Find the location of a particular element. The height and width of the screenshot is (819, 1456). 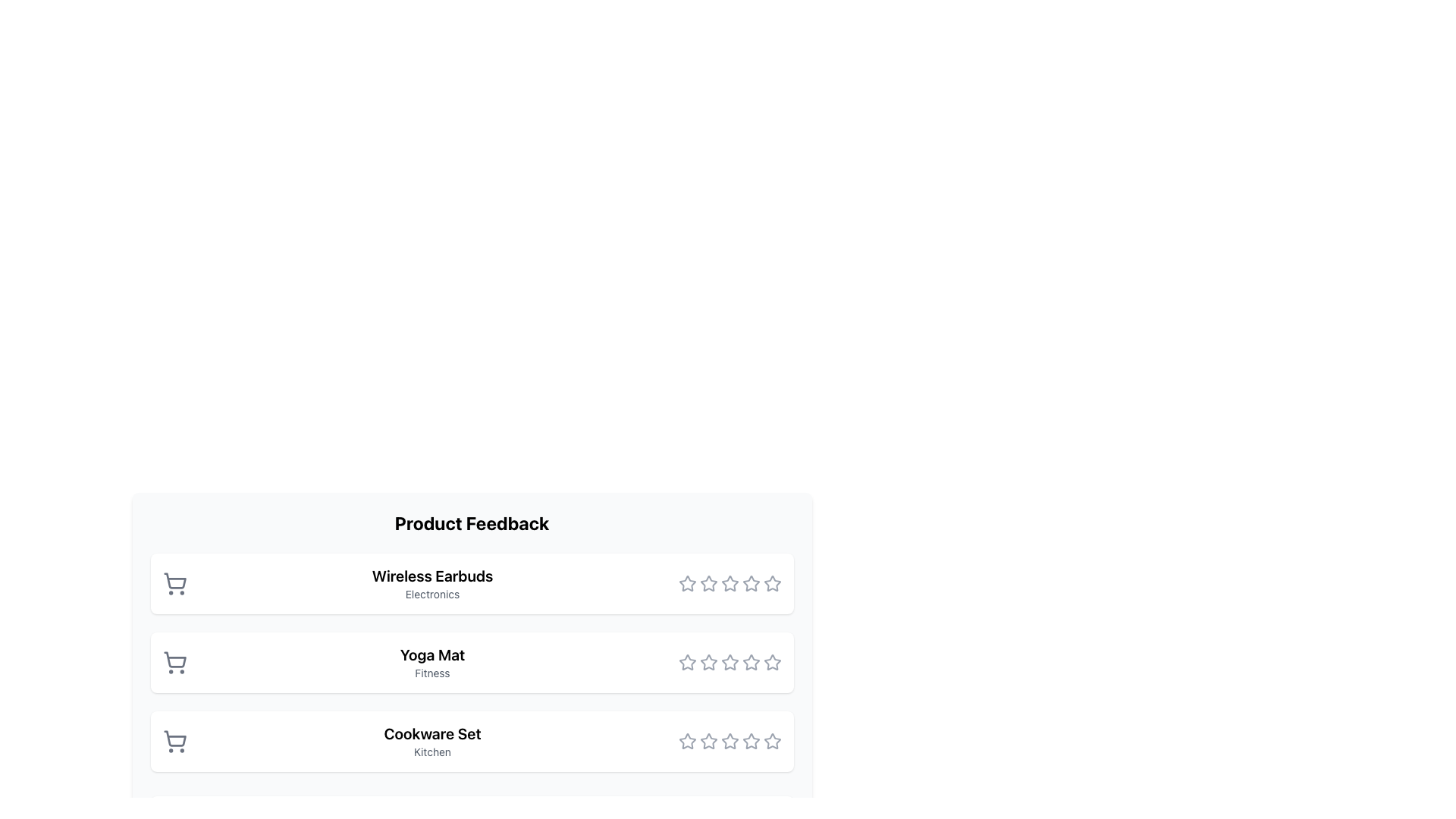

the first star icon is located at coordinates (686, 739).